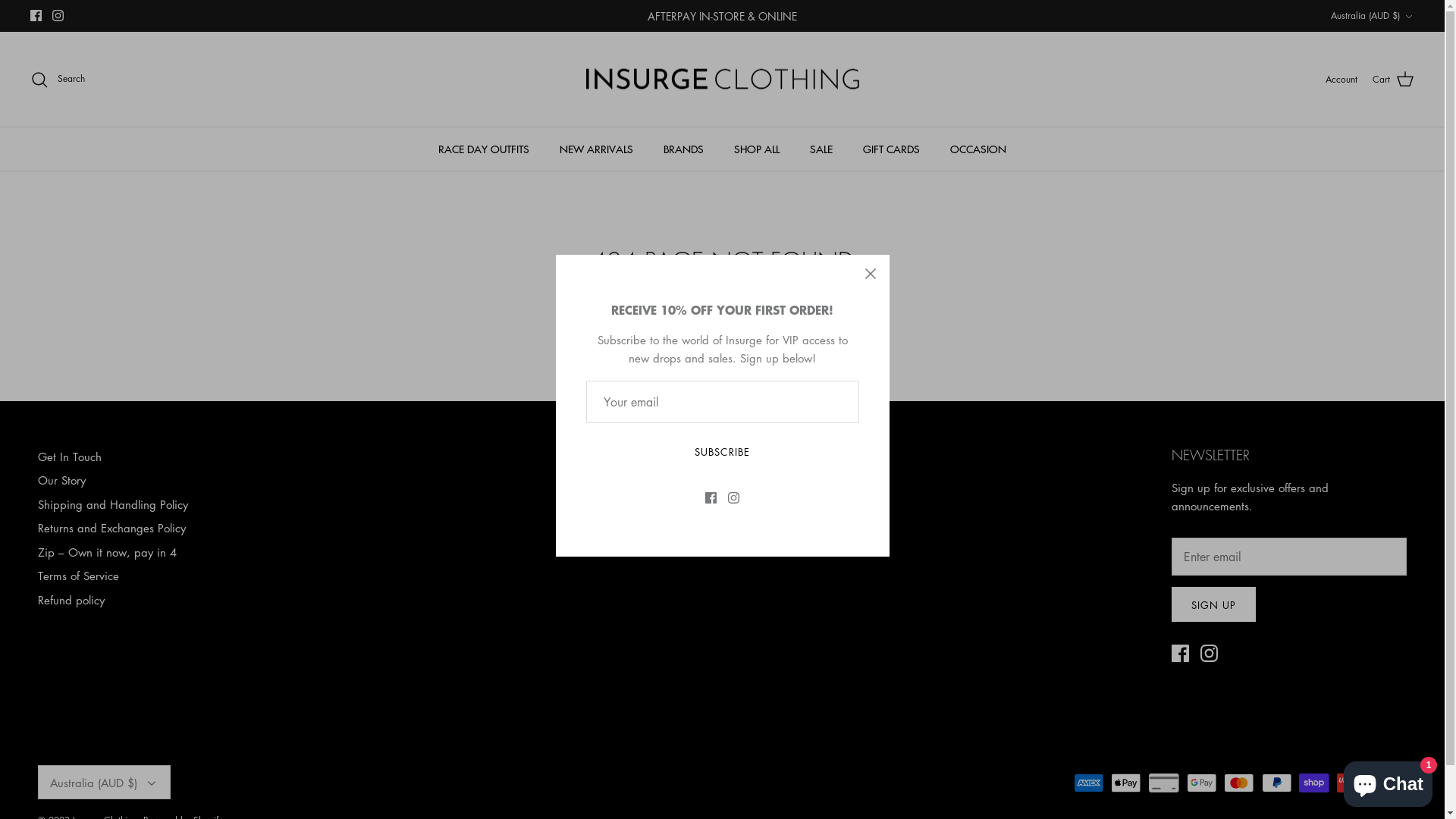  Describe the element at coordinates (103, 782) in the screenshot. I see `'Australia (AUD $)` at that location.